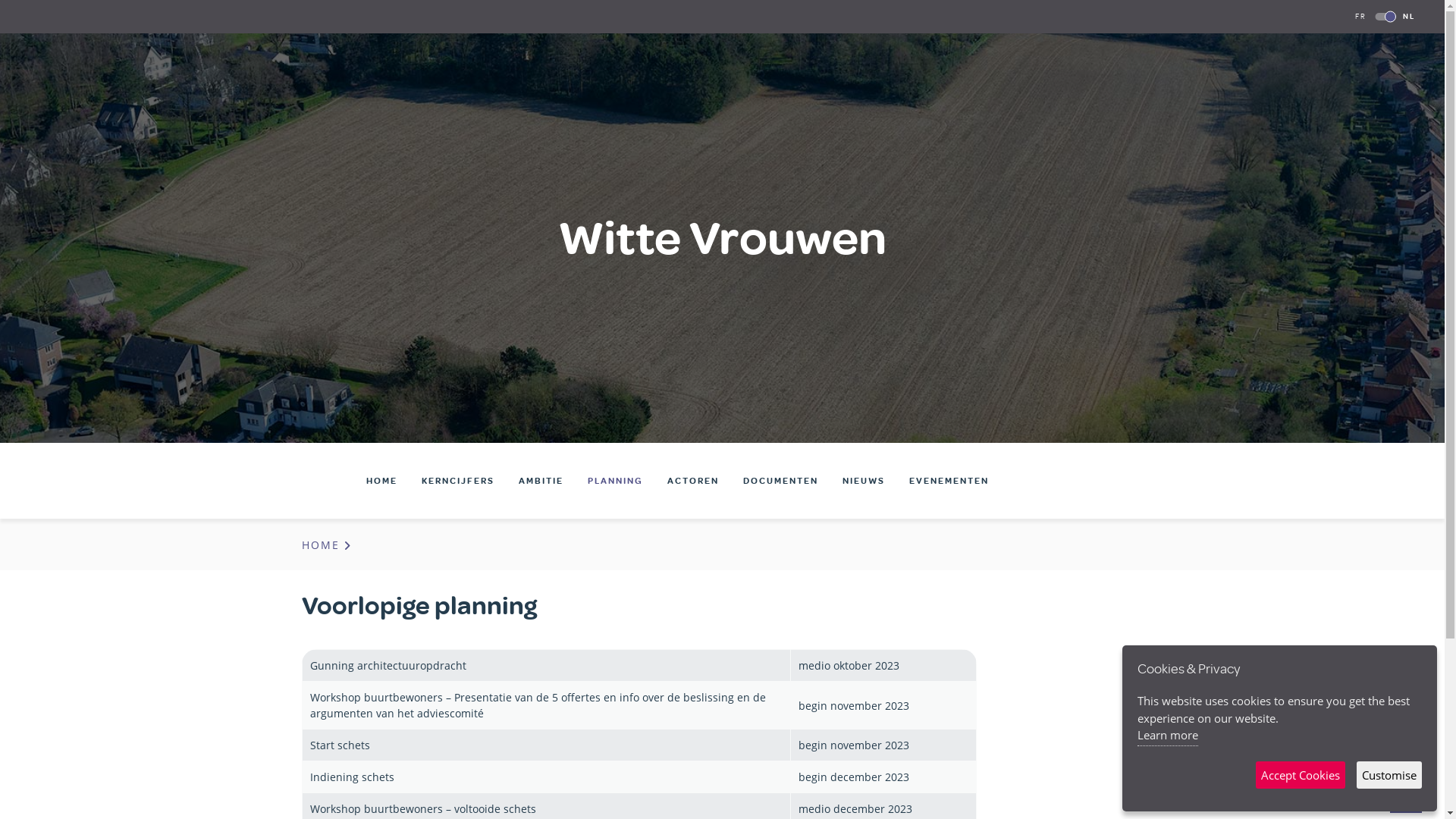  Describe the element at coordinates (948, 480) in the screenshot. I see `'EVENEMENTEN'` at that location.